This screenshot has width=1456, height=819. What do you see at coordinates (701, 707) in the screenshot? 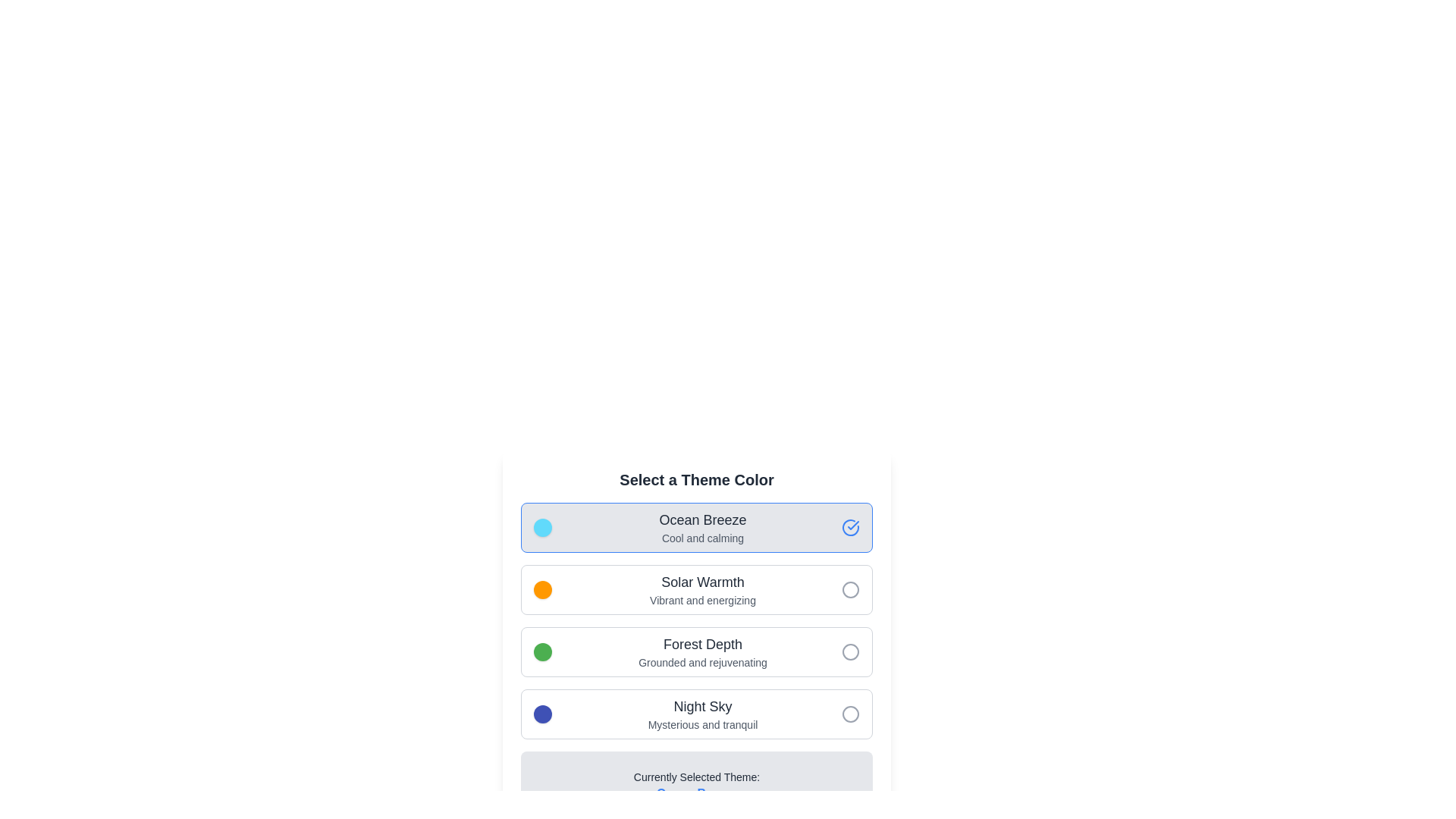
I see `title text label that conveys the name of the theme in the fourth row of the 'Select a Theme Color' list, located above 'Mysterious and tranquil' and to the right of a circular color indicator` at bounding box center [701, 707].